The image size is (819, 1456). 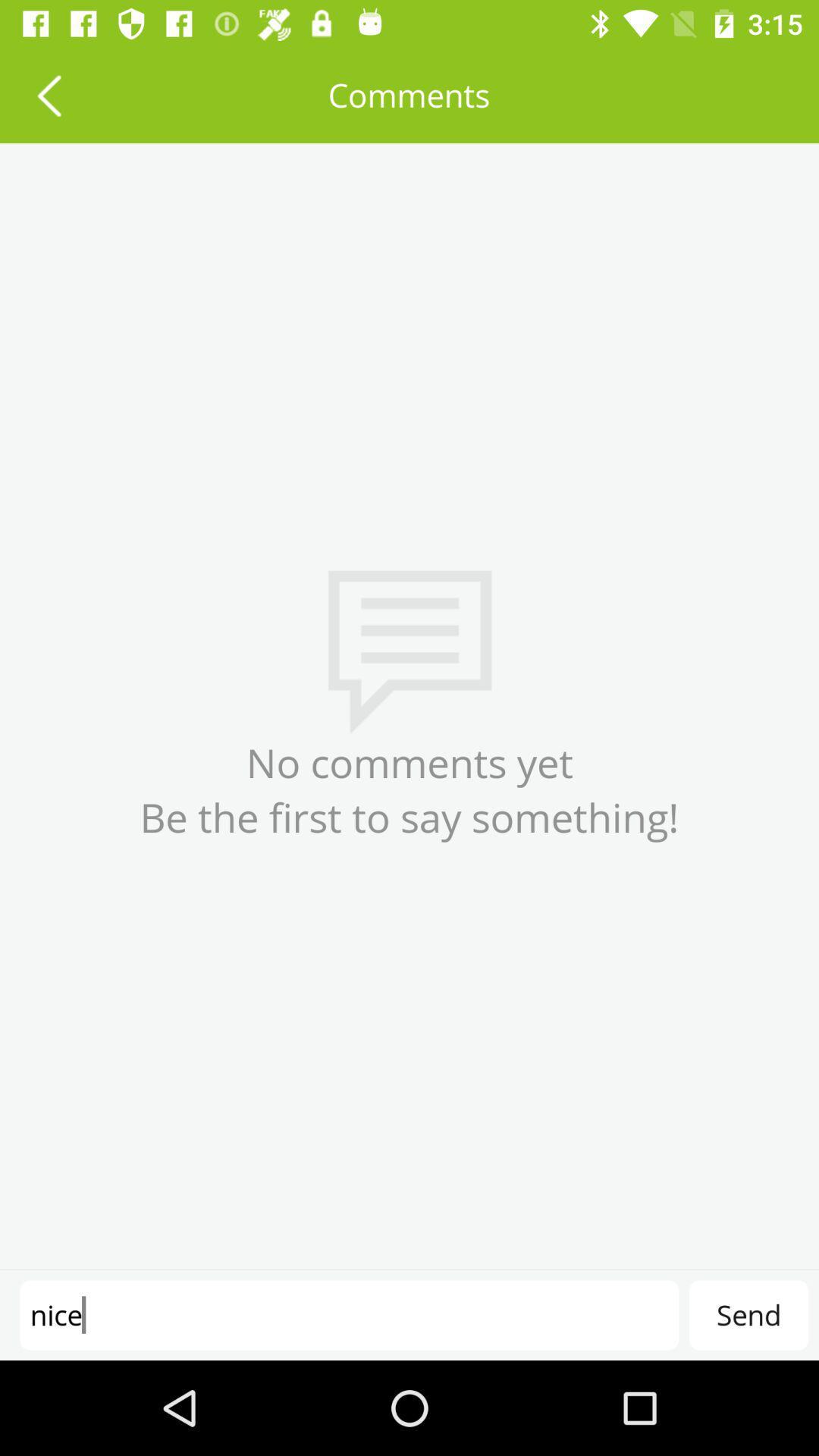 What do you see at coordinates (48, 94) in the screenshot?
I see `the item next to comments icon` at bounding box center [48, 94].